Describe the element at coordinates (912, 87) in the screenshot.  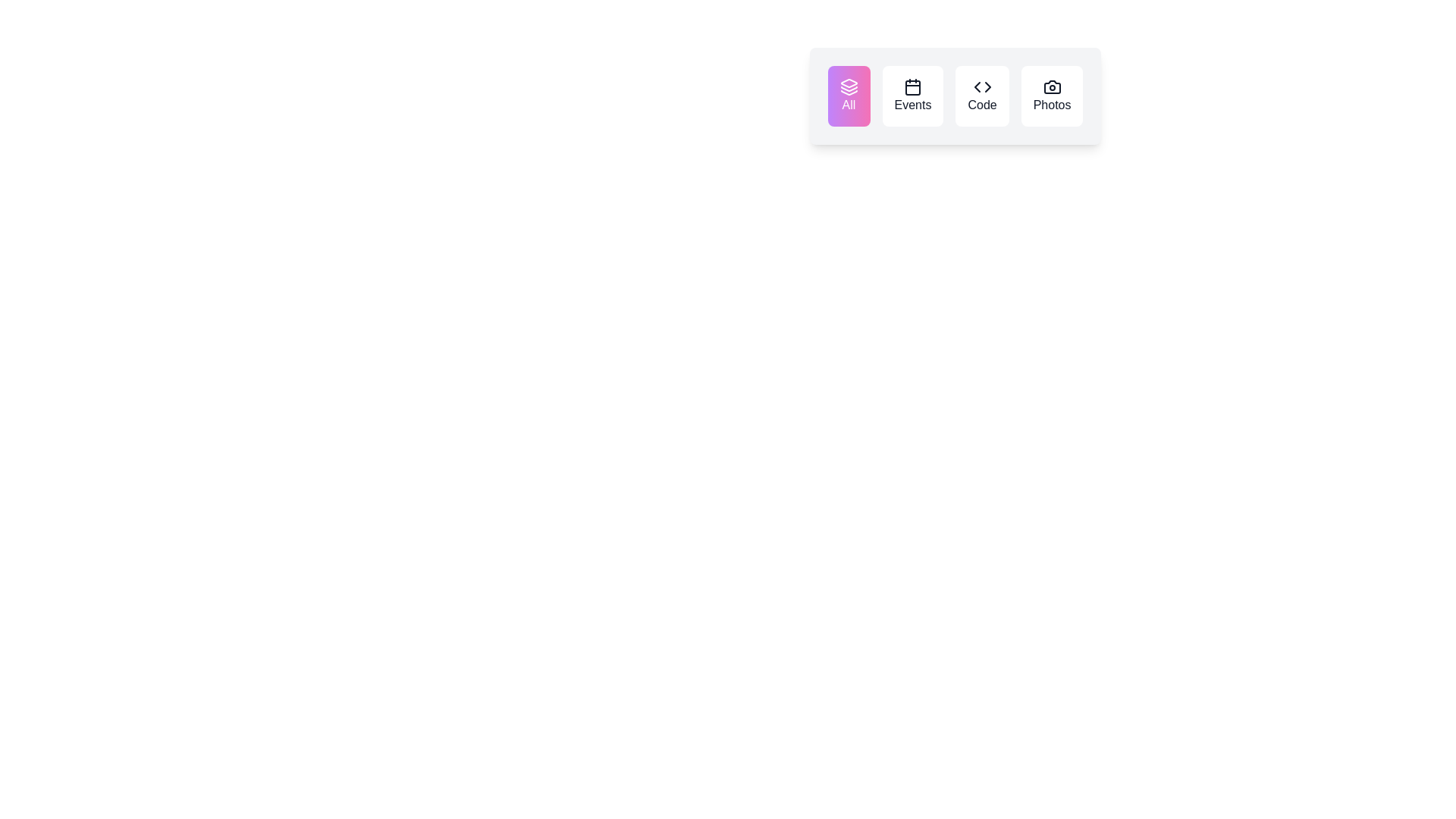
I see `the calendar icon button located above the 'Events' label` at that location.